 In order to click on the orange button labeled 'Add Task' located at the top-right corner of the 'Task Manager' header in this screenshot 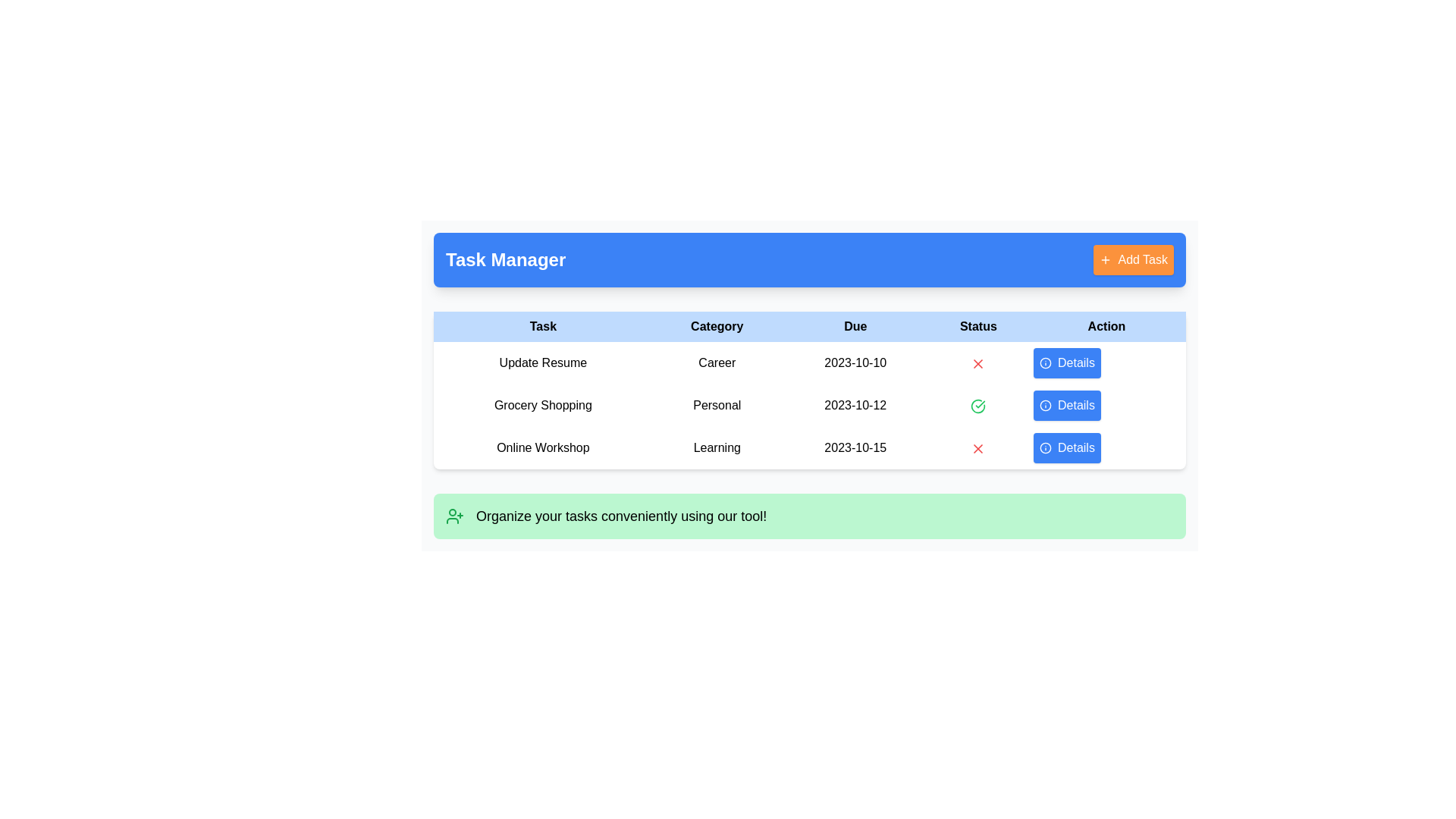, I will do `click(1134, 259)`.